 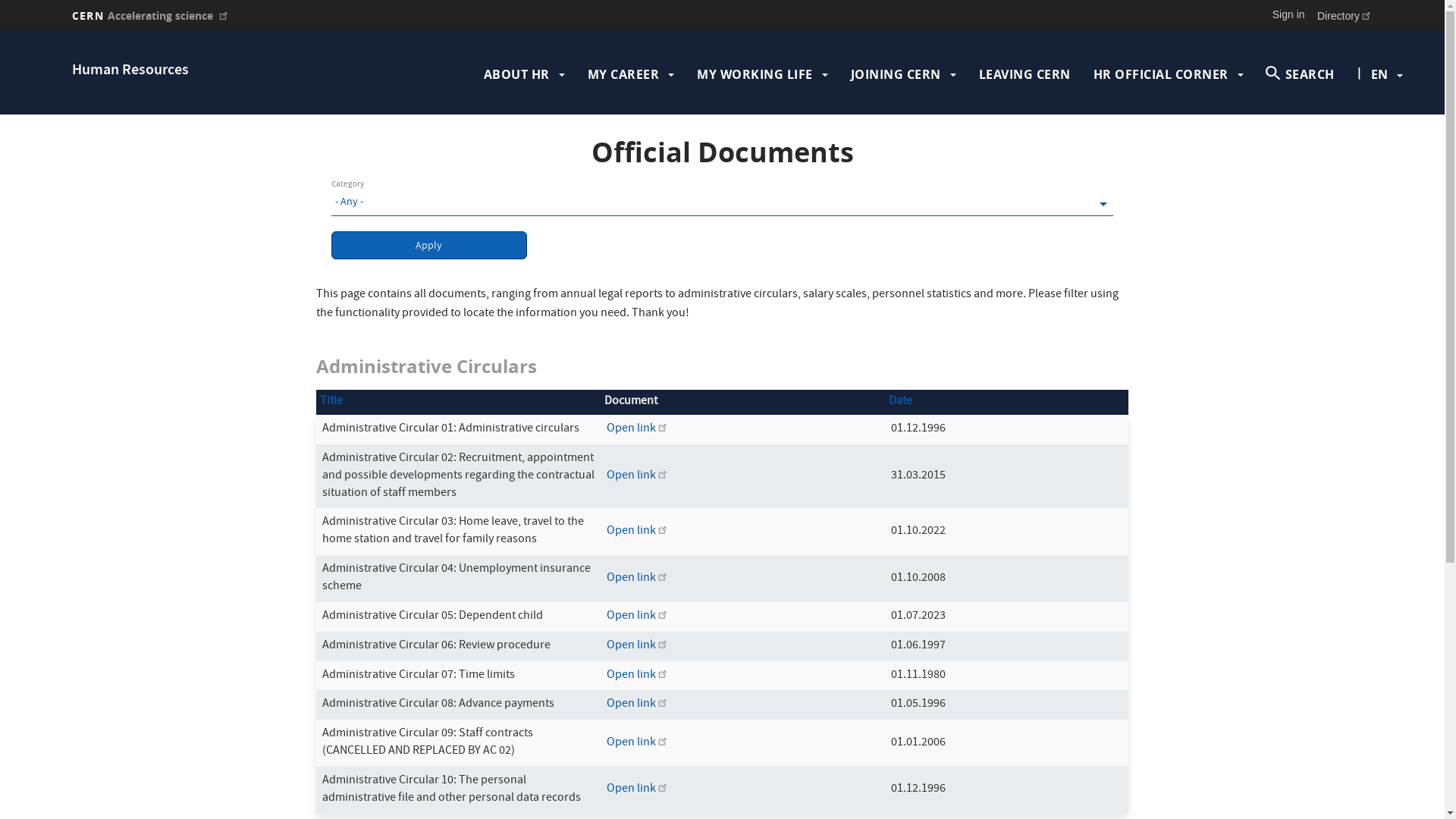 I want to click on 'JOINING CERN', so click(x=896, y=74).